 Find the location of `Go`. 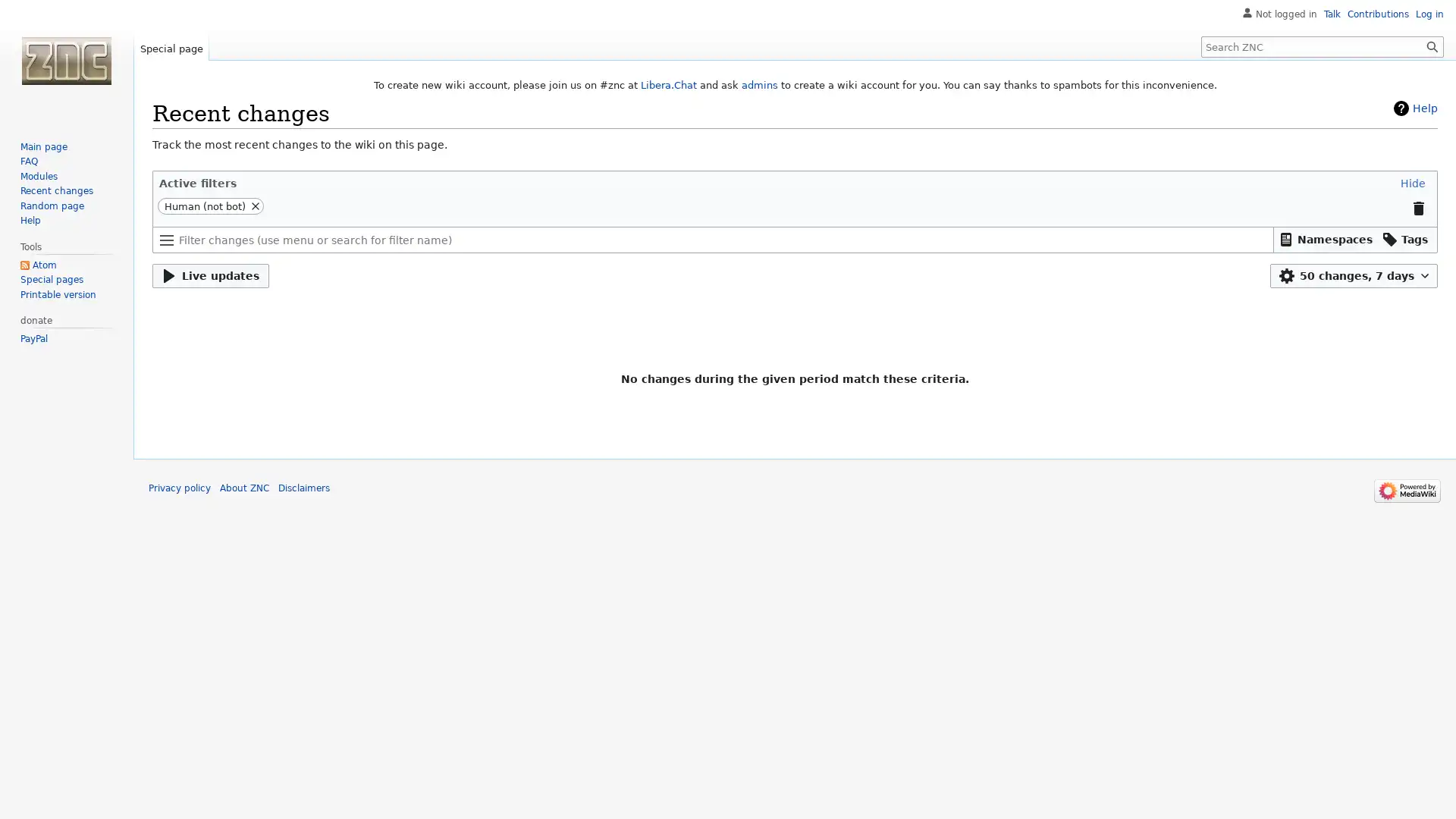

Go is located at coordinates (1432, 45).